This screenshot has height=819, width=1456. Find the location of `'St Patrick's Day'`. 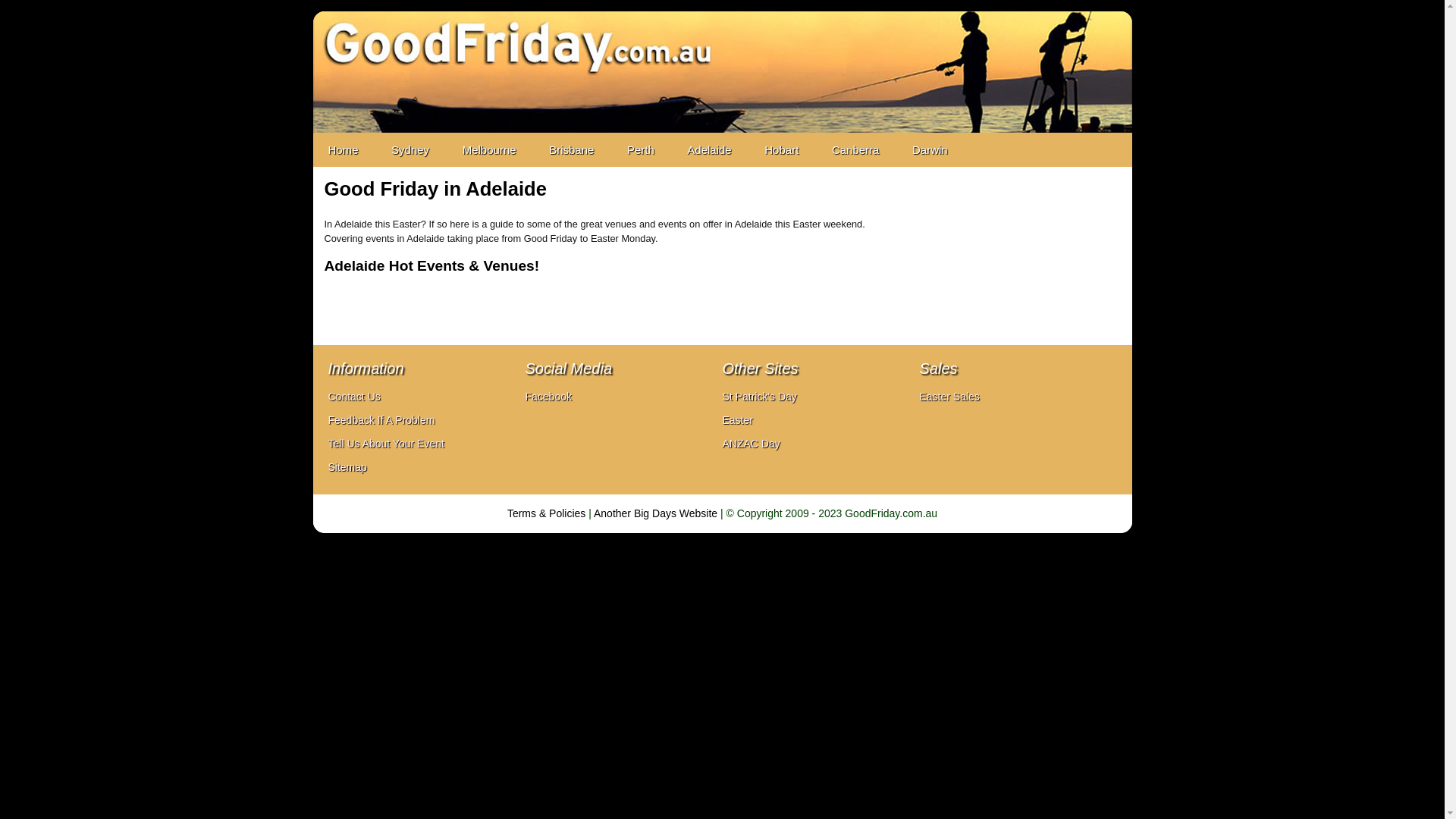

'St Patrick's Day' is located at coordinates (720, 396).